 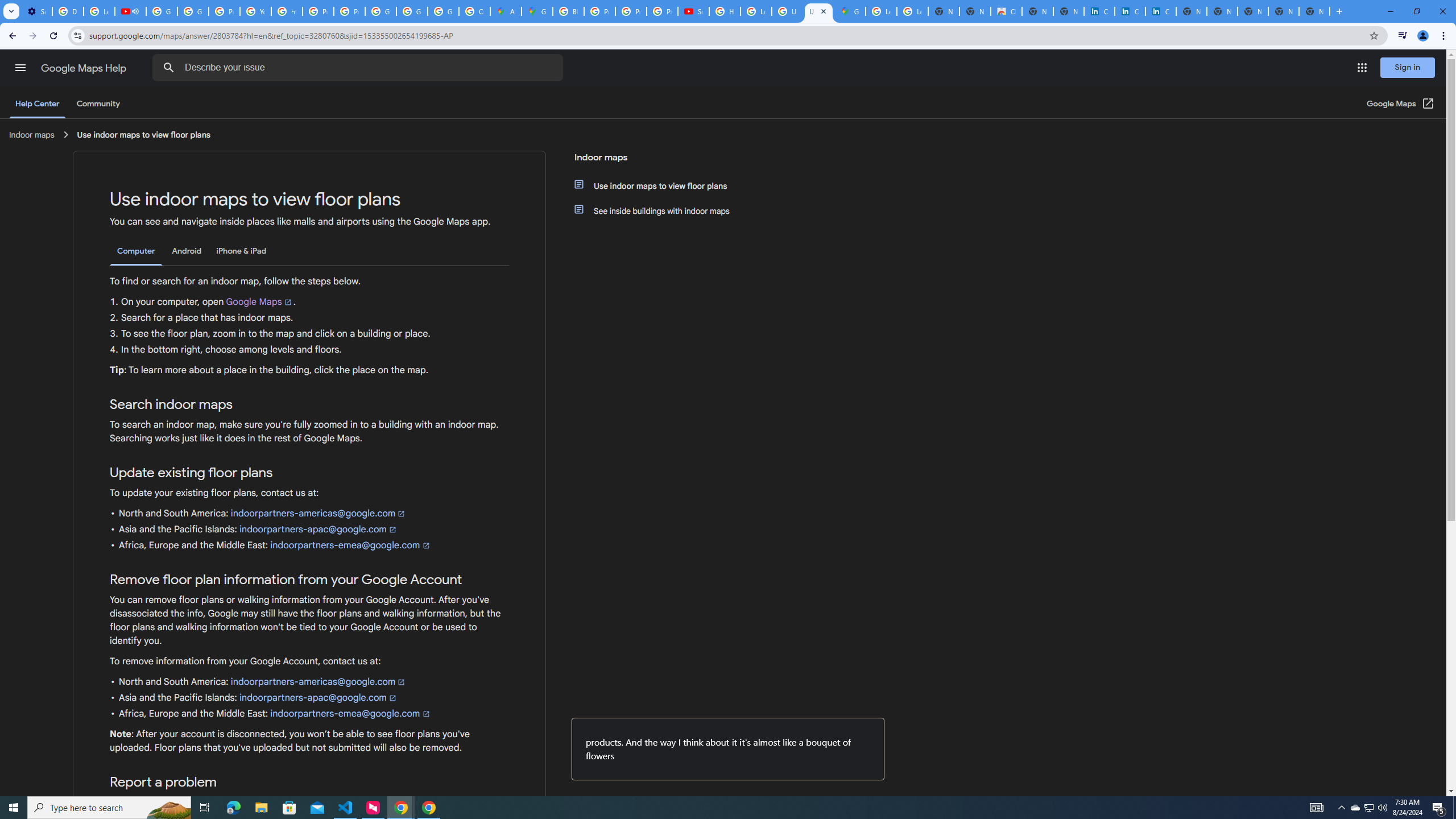 I want to click on 'Google Maps Help', so click(x=84, y=68).